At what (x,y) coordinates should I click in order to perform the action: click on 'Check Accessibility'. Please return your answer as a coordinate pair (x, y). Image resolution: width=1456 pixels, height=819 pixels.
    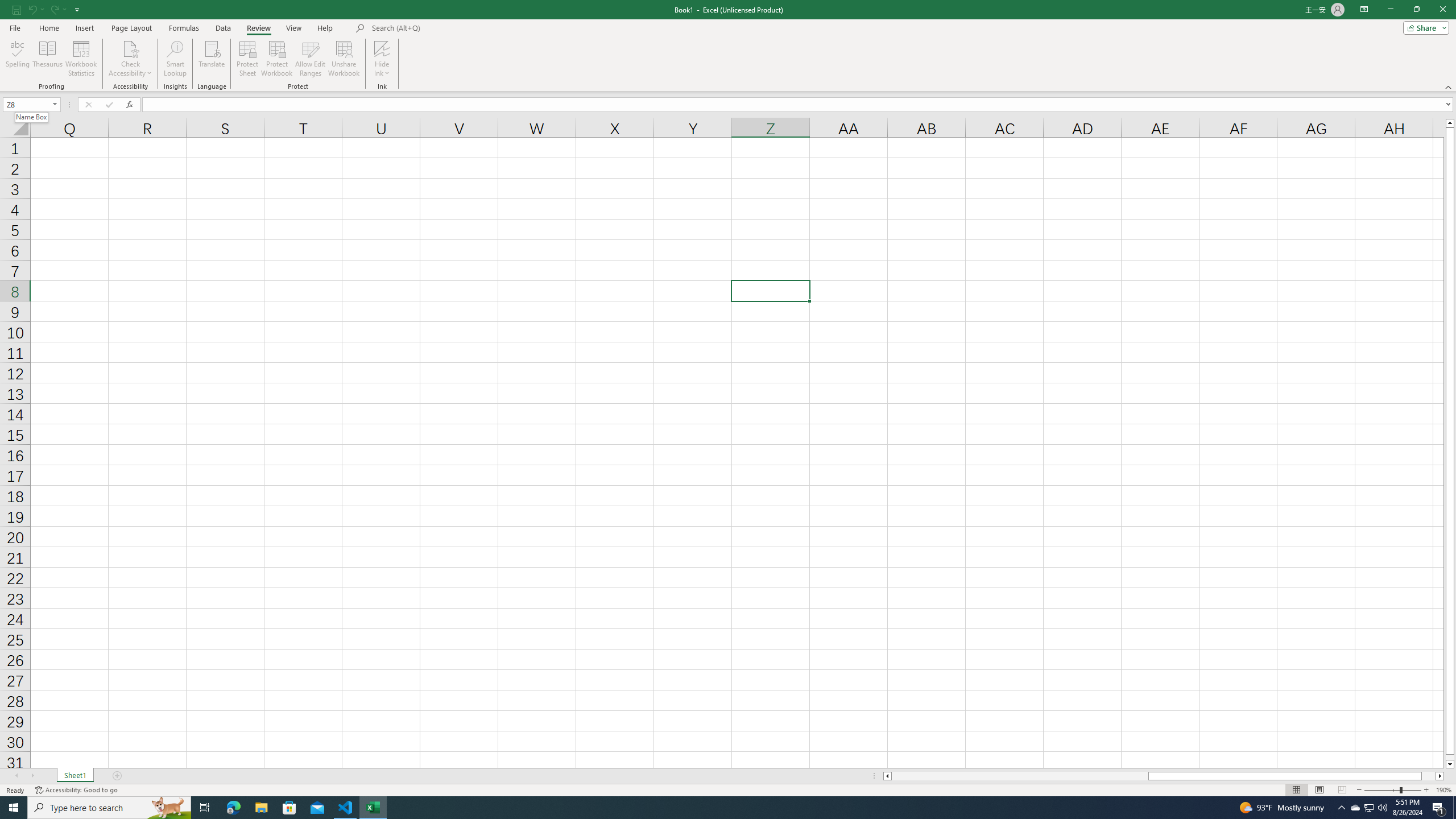
    Looking at the image, I should click on (130, 48).